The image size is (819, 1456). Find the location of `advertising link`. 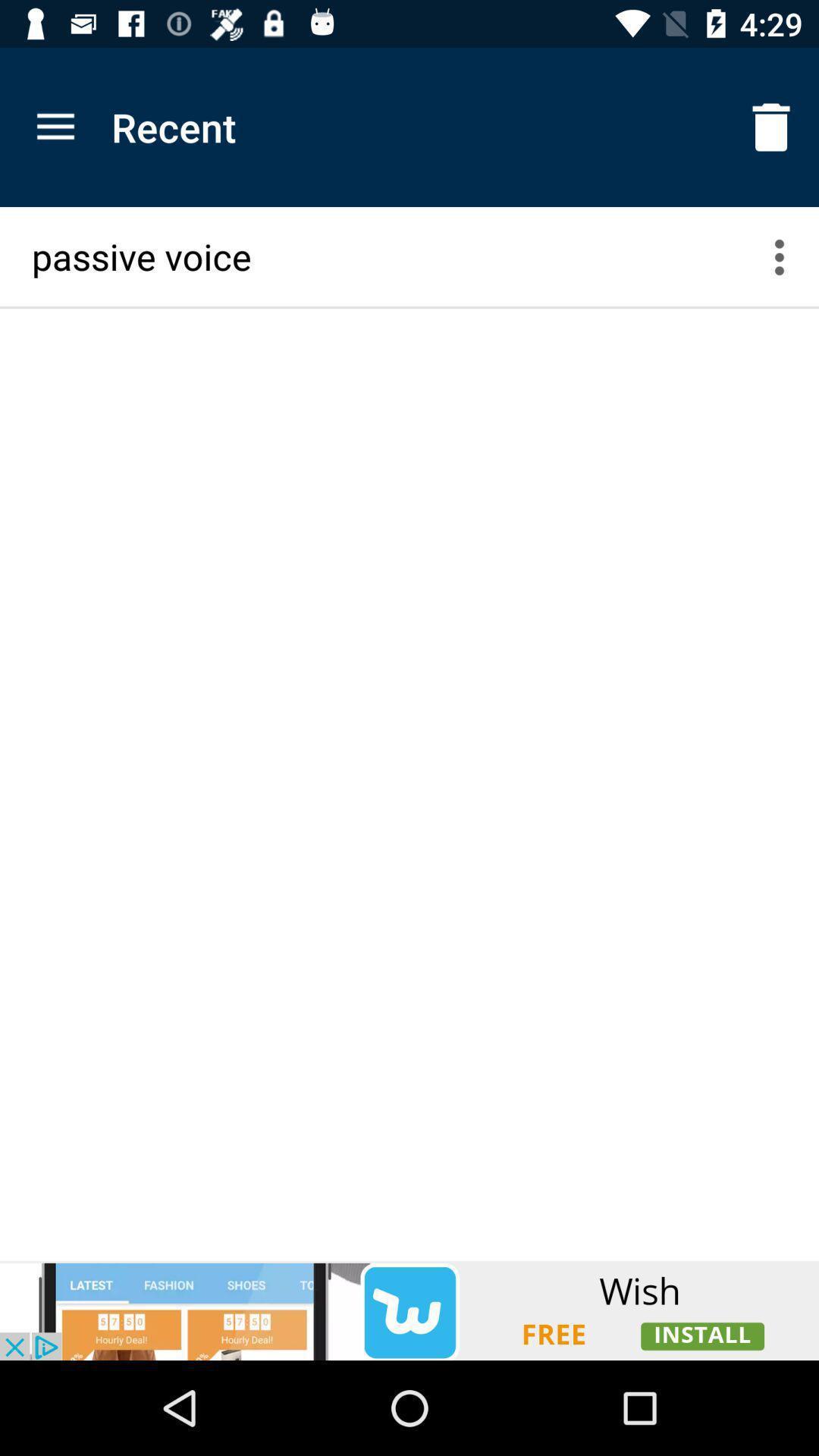

advertising link is located at coordinates (409, 1310).